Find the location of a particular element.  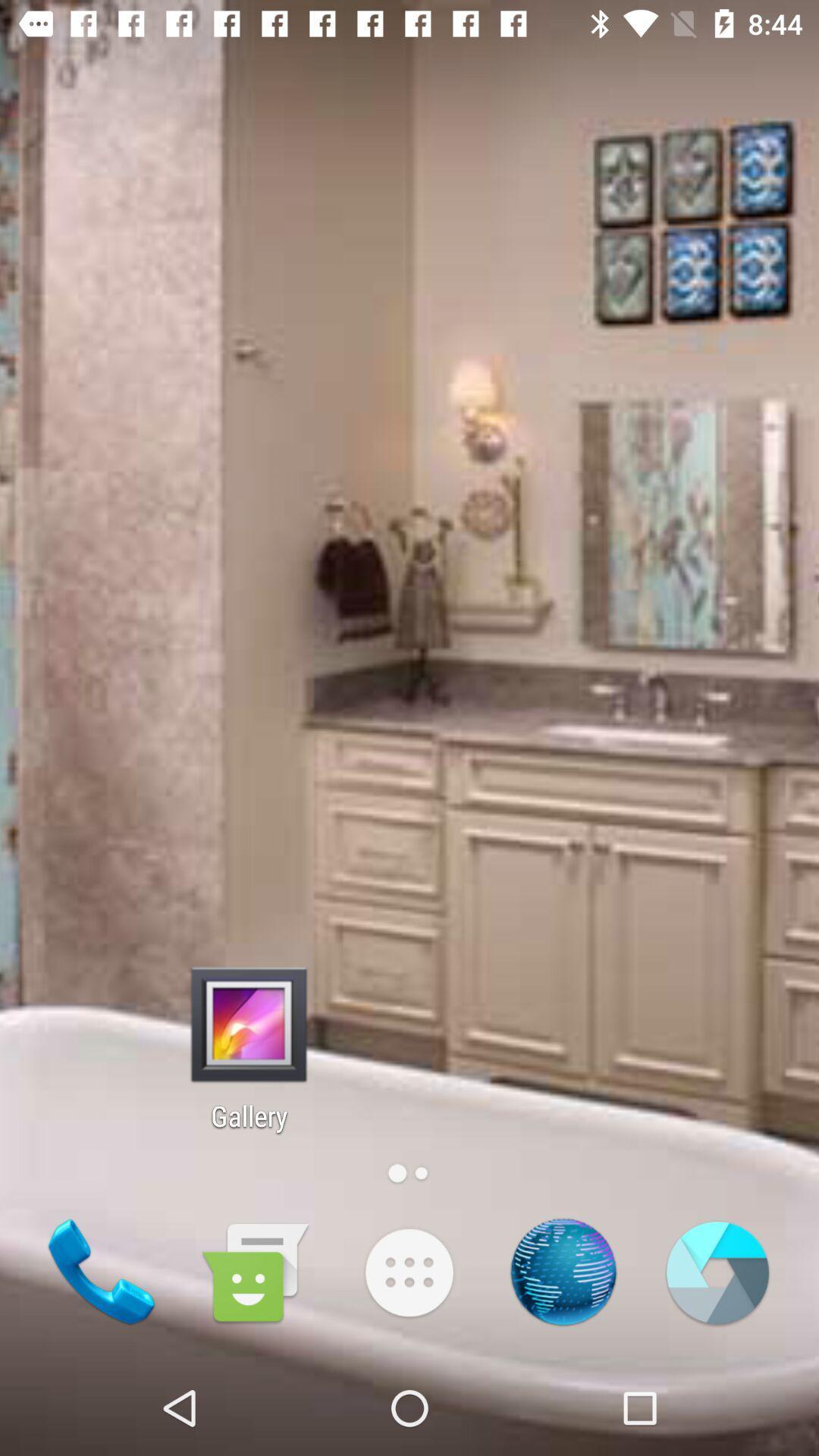

the national_flag icon is located at coordinates (564, 1265).